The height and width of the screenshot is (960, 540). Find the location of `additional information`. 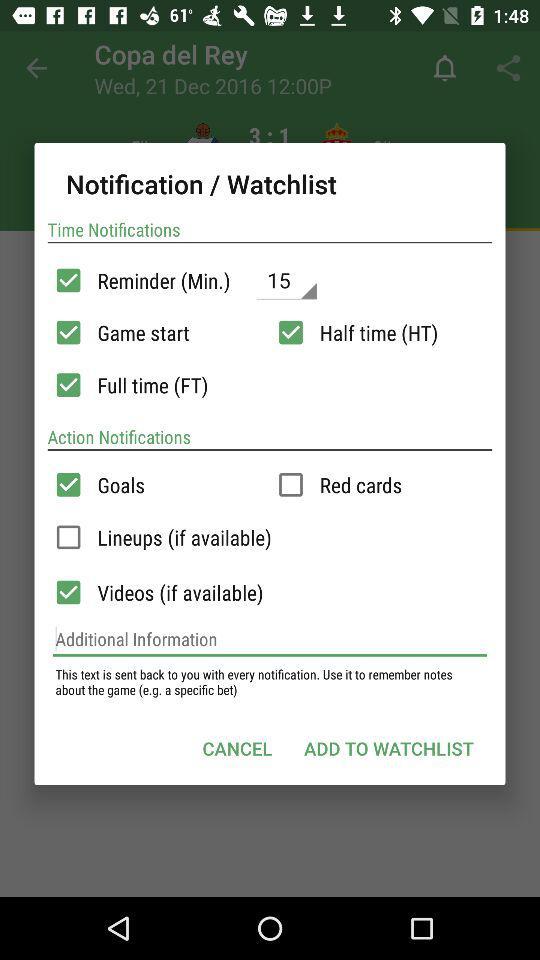

additional information is located at coordinates (270, 638).